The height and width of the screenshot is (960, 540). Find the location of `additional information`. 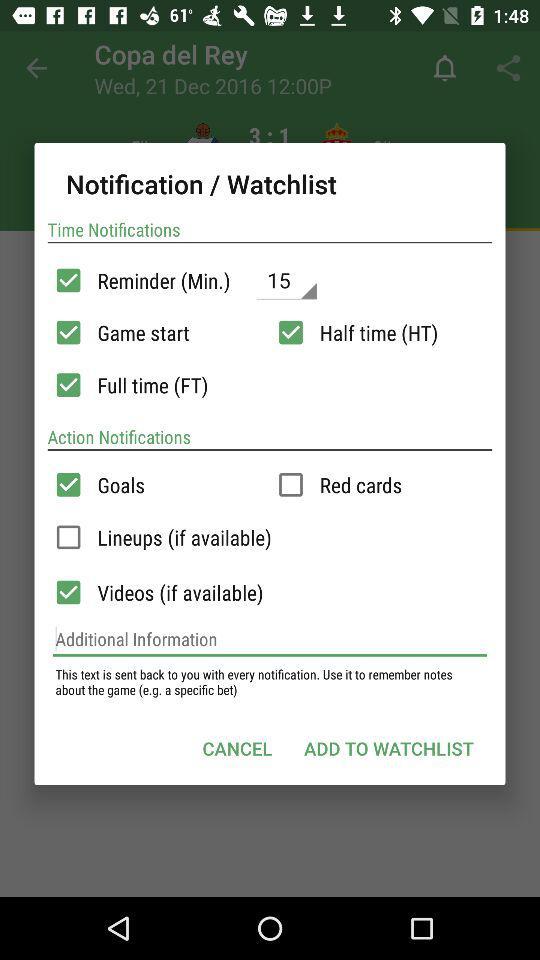

additional information is located at coordinates (270, 638).